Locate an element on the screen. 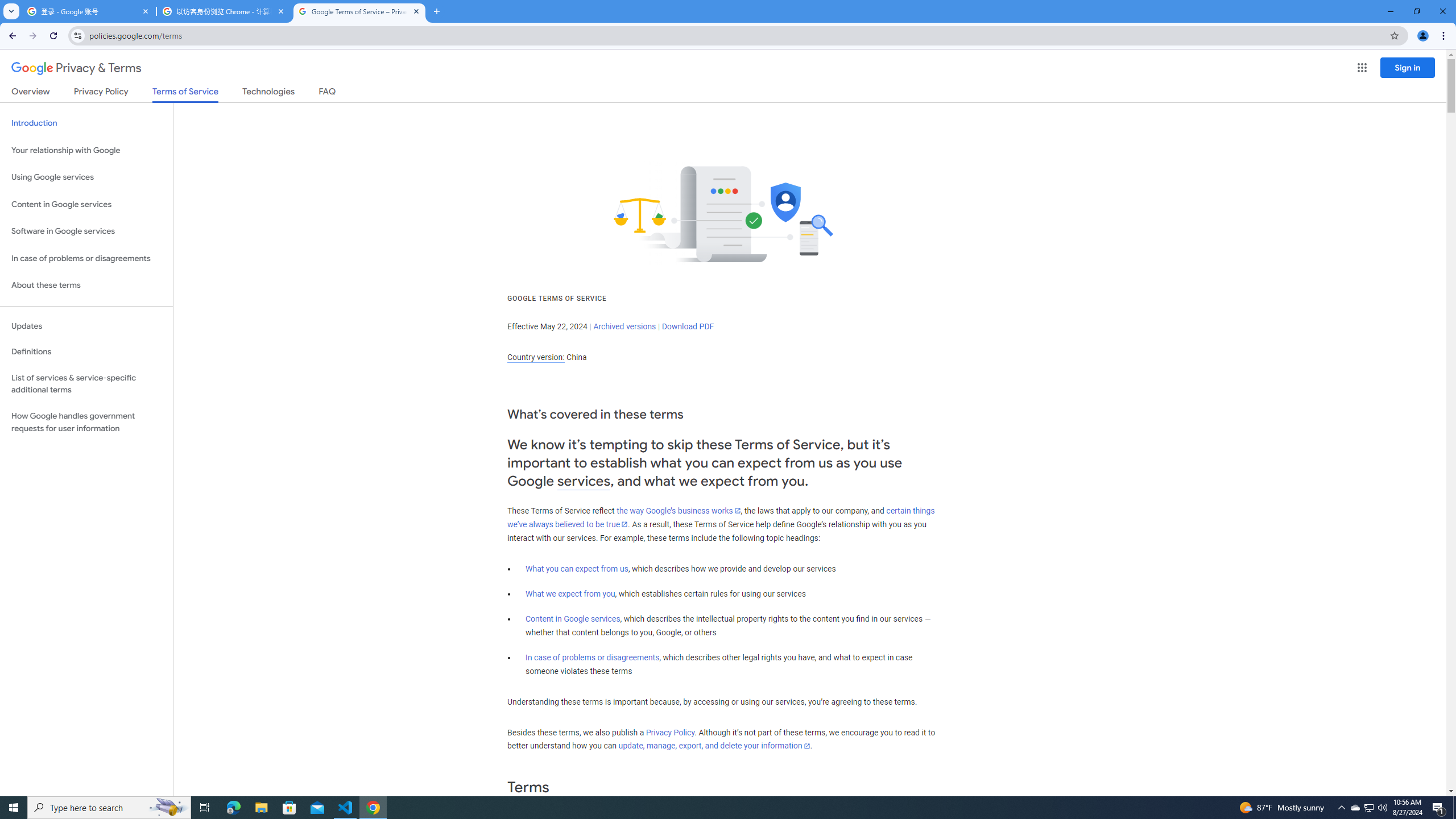 This screenshot has width=1456, height=819. 'Country version:' is located at coordinates (535, 357).